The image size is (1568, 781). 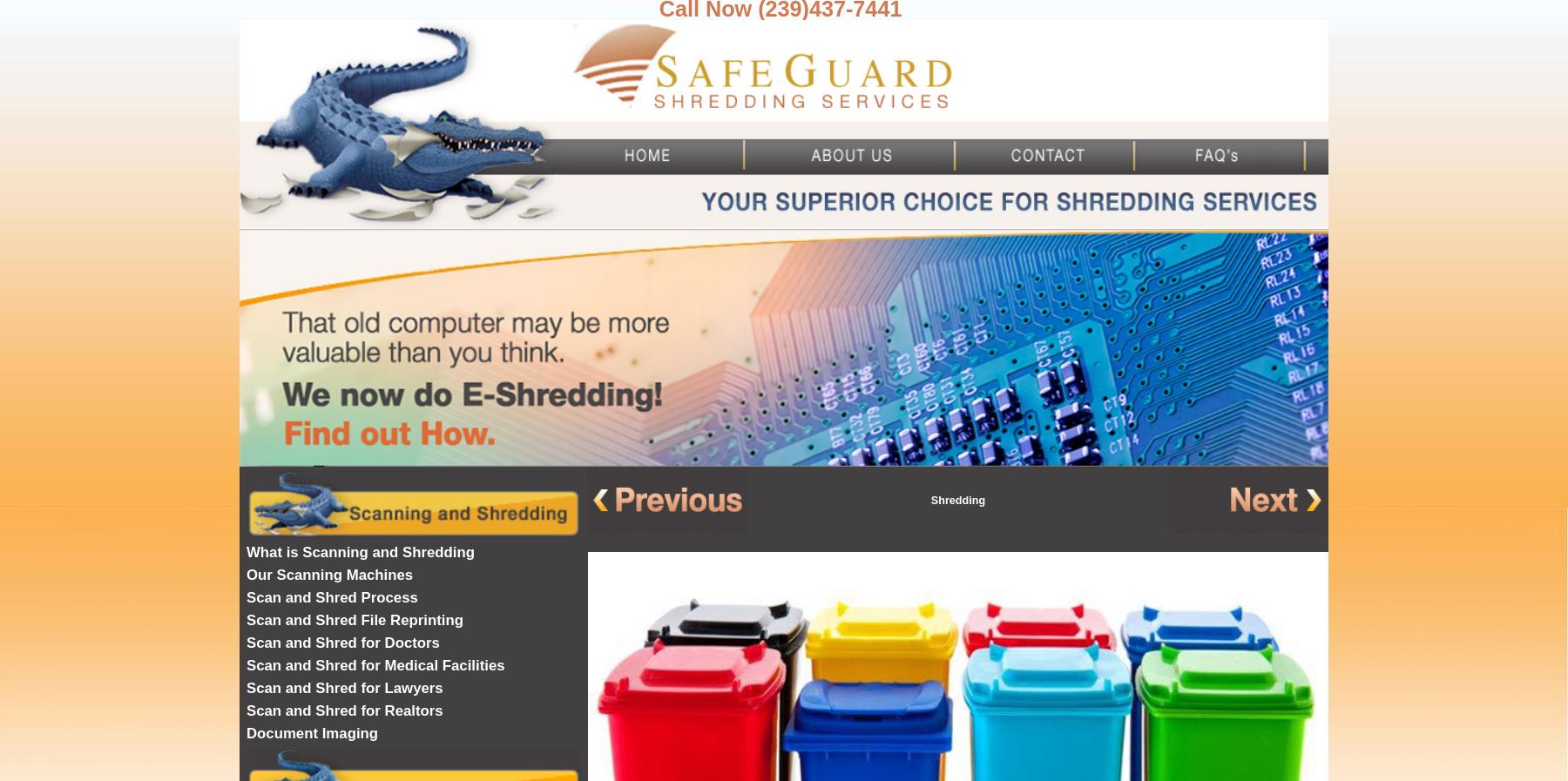 I want to click on 'Scan and Shred for Realtors', so click(x=344, y=710).